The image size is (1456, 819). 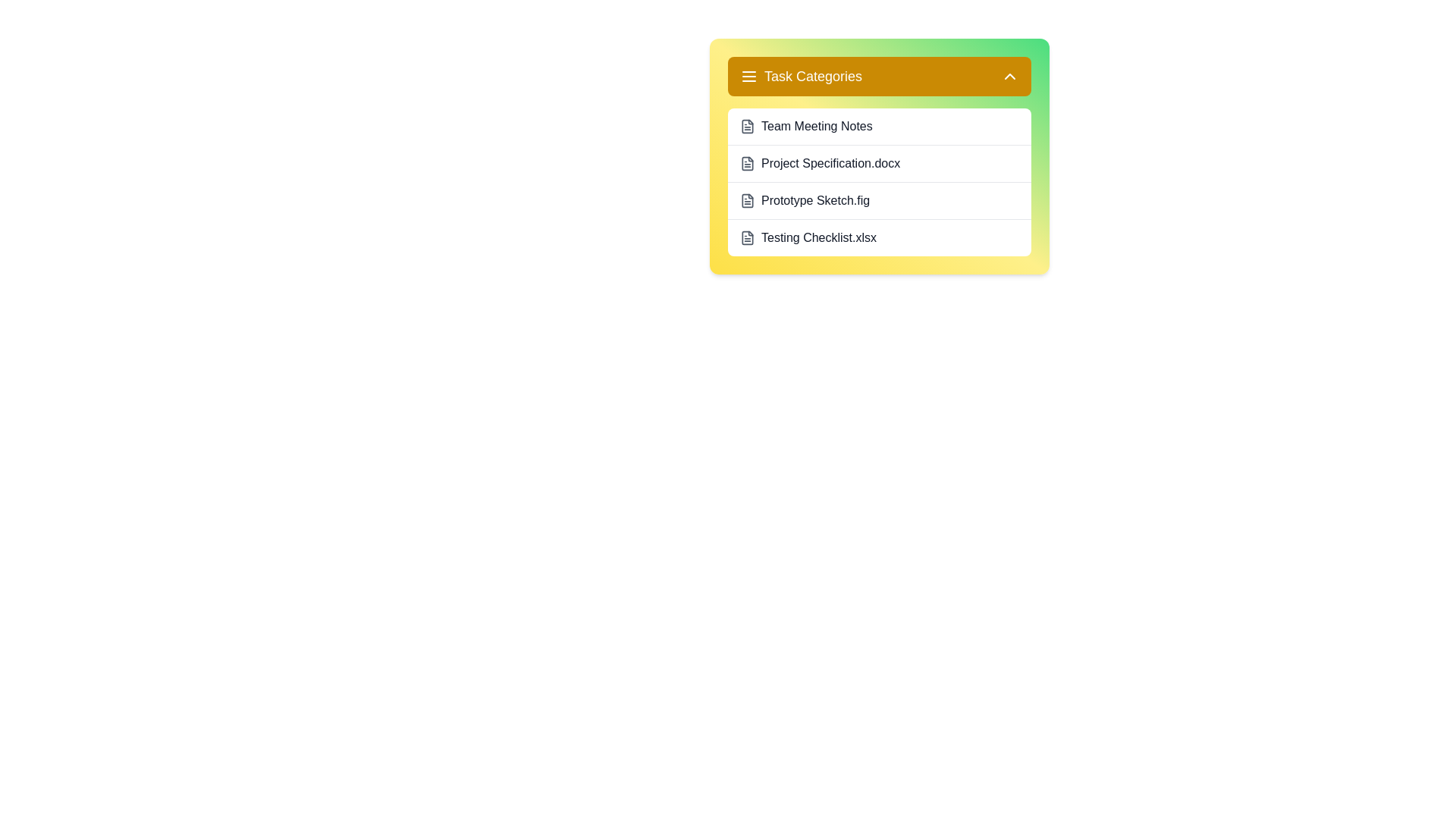 What do you see at coordinates (880, 163) in the screenshot?
I see `the task Project Specification.docx from the task list` at bounding box center [880, 163].